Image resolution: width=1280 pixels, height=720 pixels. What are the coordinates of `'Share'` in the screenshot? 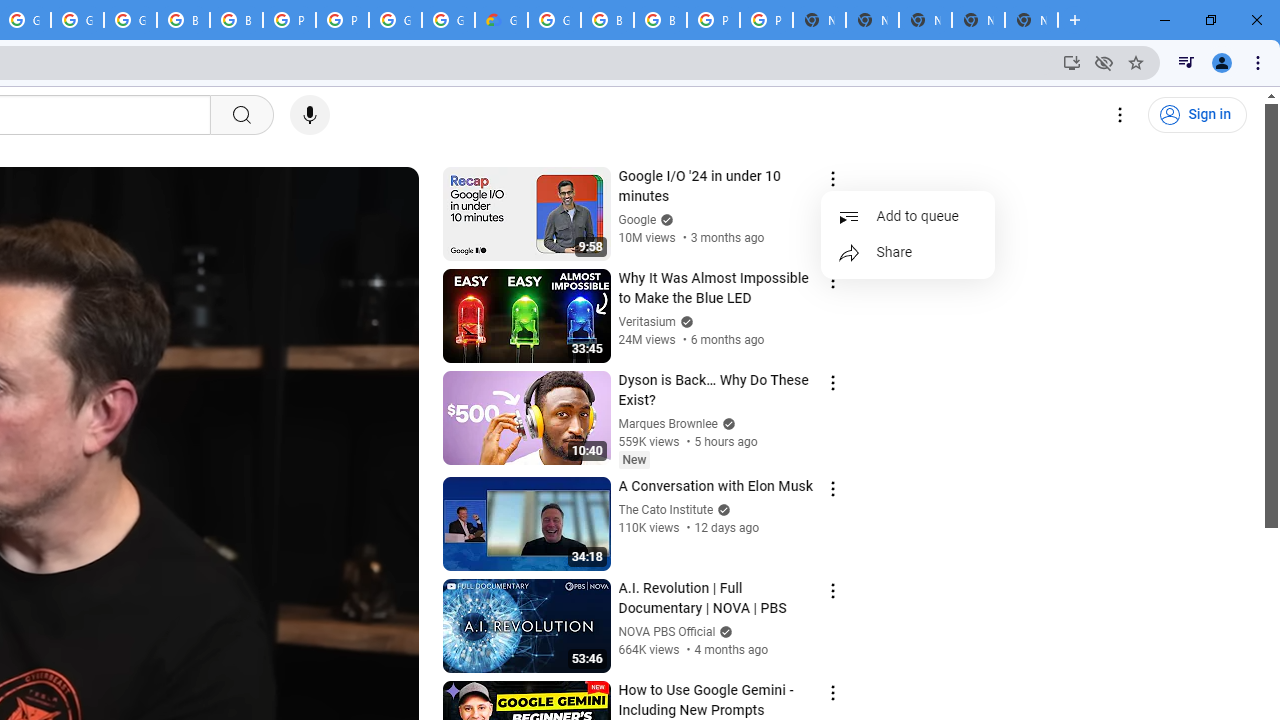 It's located at (907, 251).